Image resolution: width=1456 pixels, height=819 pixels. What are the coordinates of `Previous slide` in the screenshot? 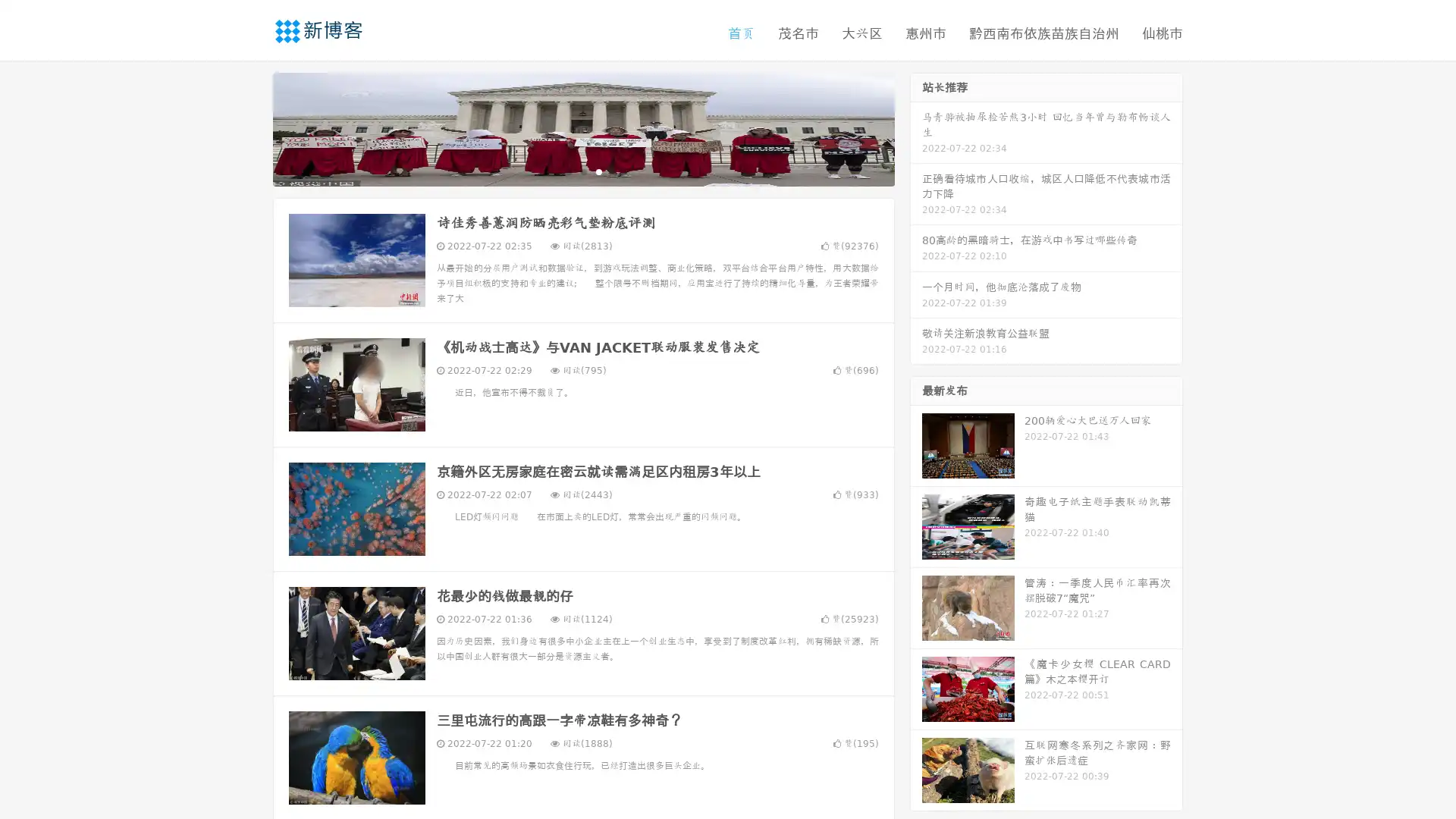 It's located at (250, 127).